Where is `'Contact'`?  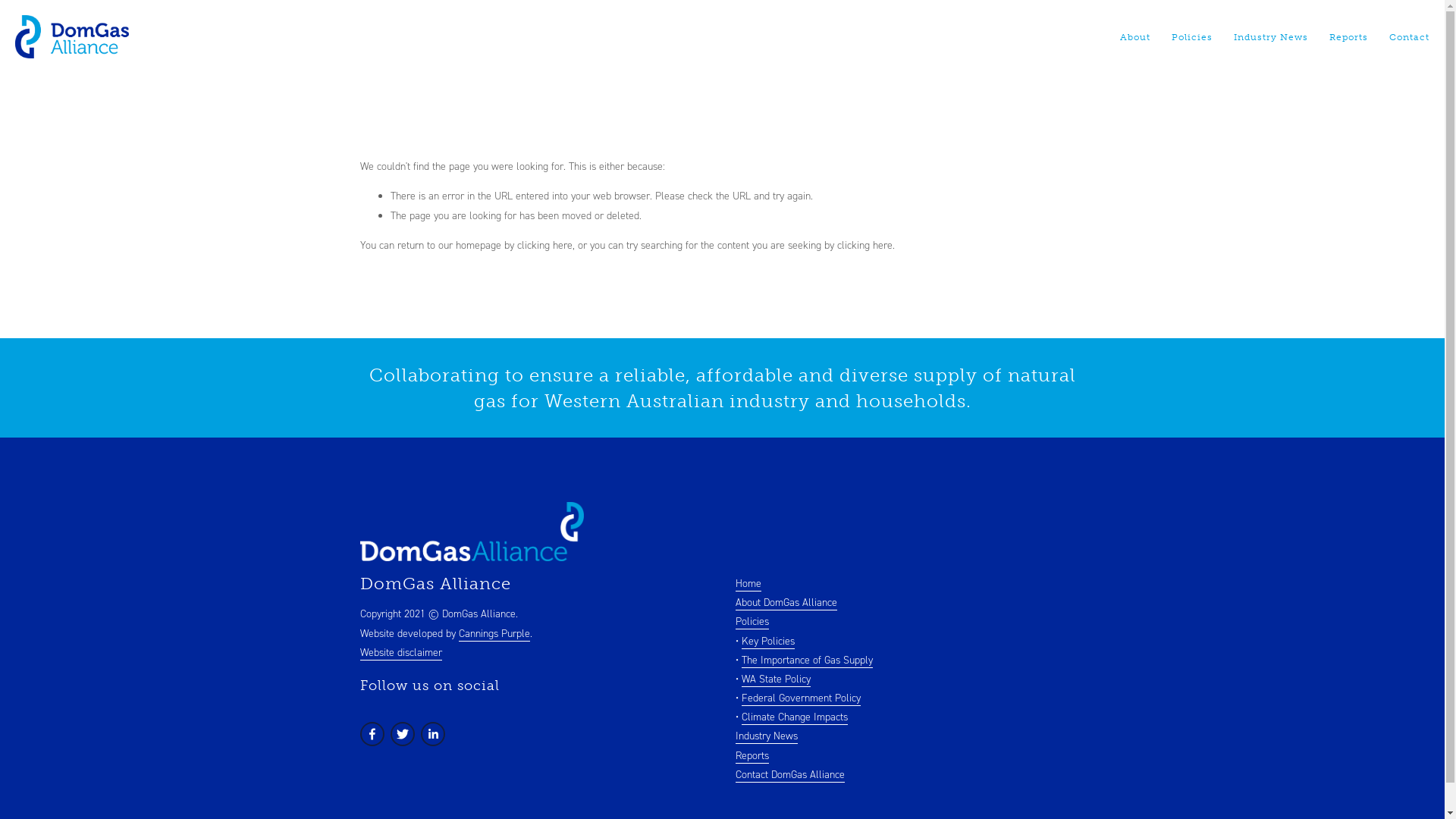
'Contact' is located at coordinates (1404, 36).